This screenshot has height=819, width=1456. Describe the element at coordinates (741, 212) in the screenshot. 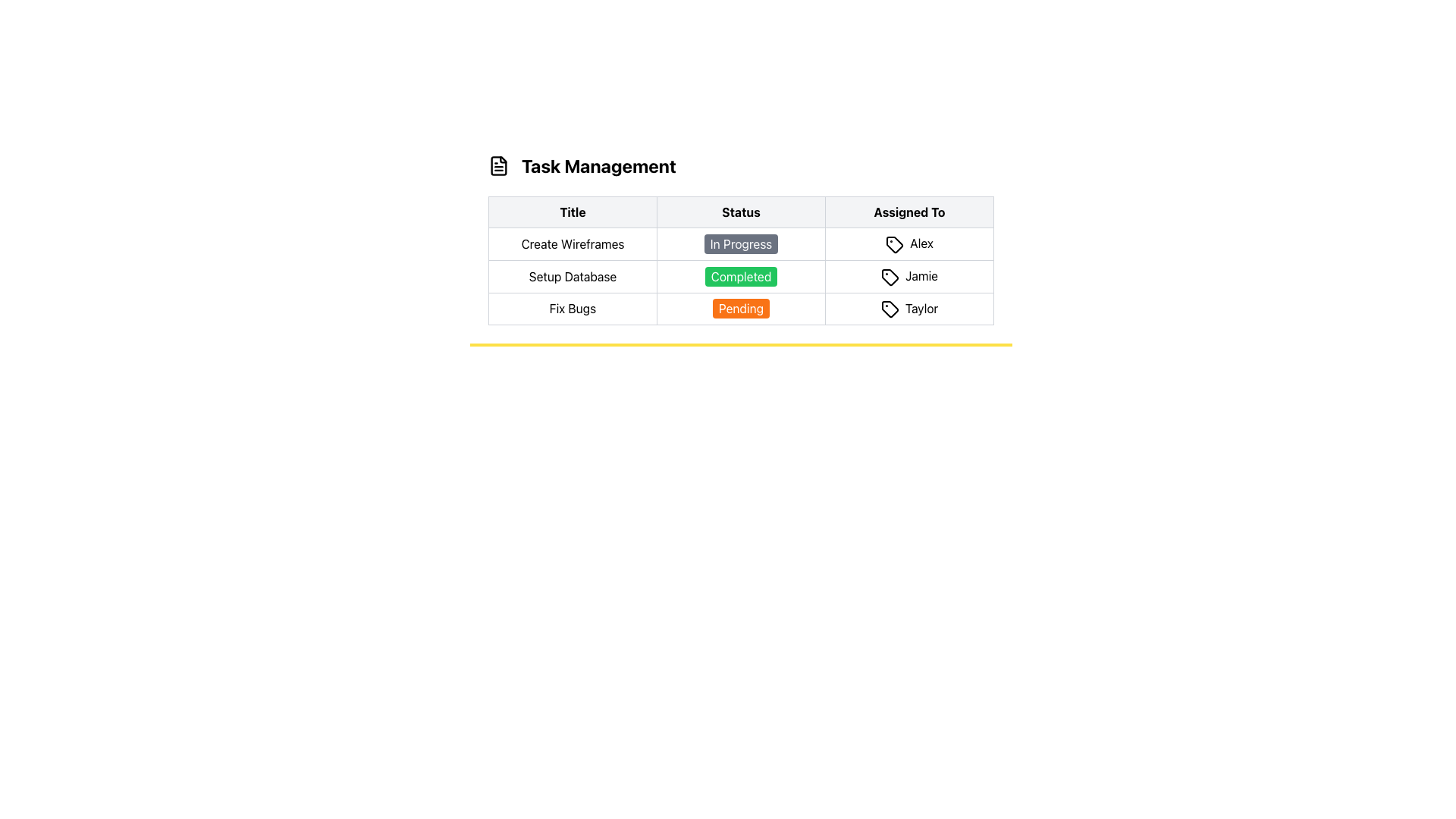

I see `the headers in the Table Header Row` at that location.